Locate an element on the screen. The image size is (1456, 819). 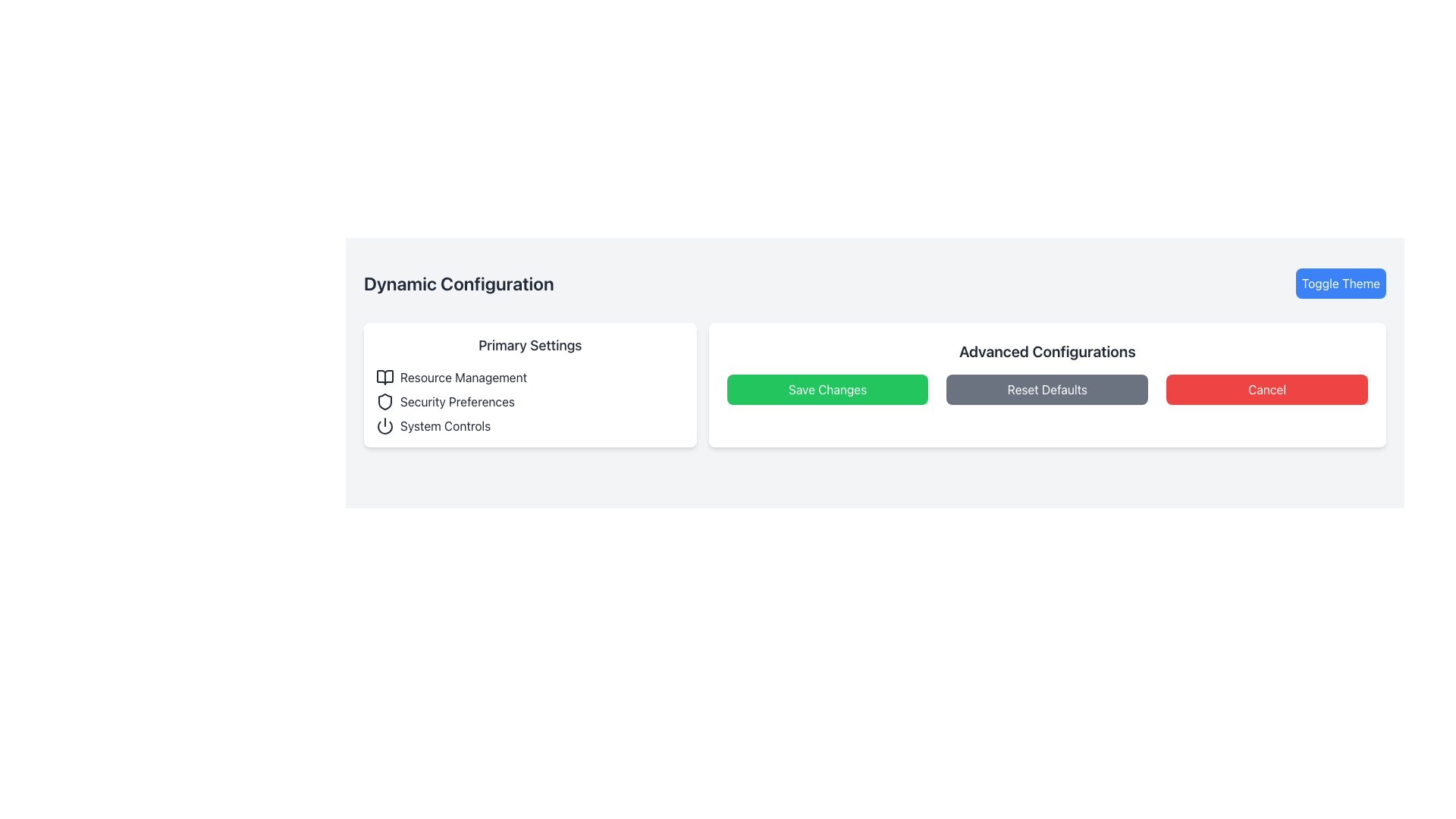
the book icon styled with an outline design, located left of the 'Resource Management' text in the 'Primary Settings' card is located at coordinates (385, 376).